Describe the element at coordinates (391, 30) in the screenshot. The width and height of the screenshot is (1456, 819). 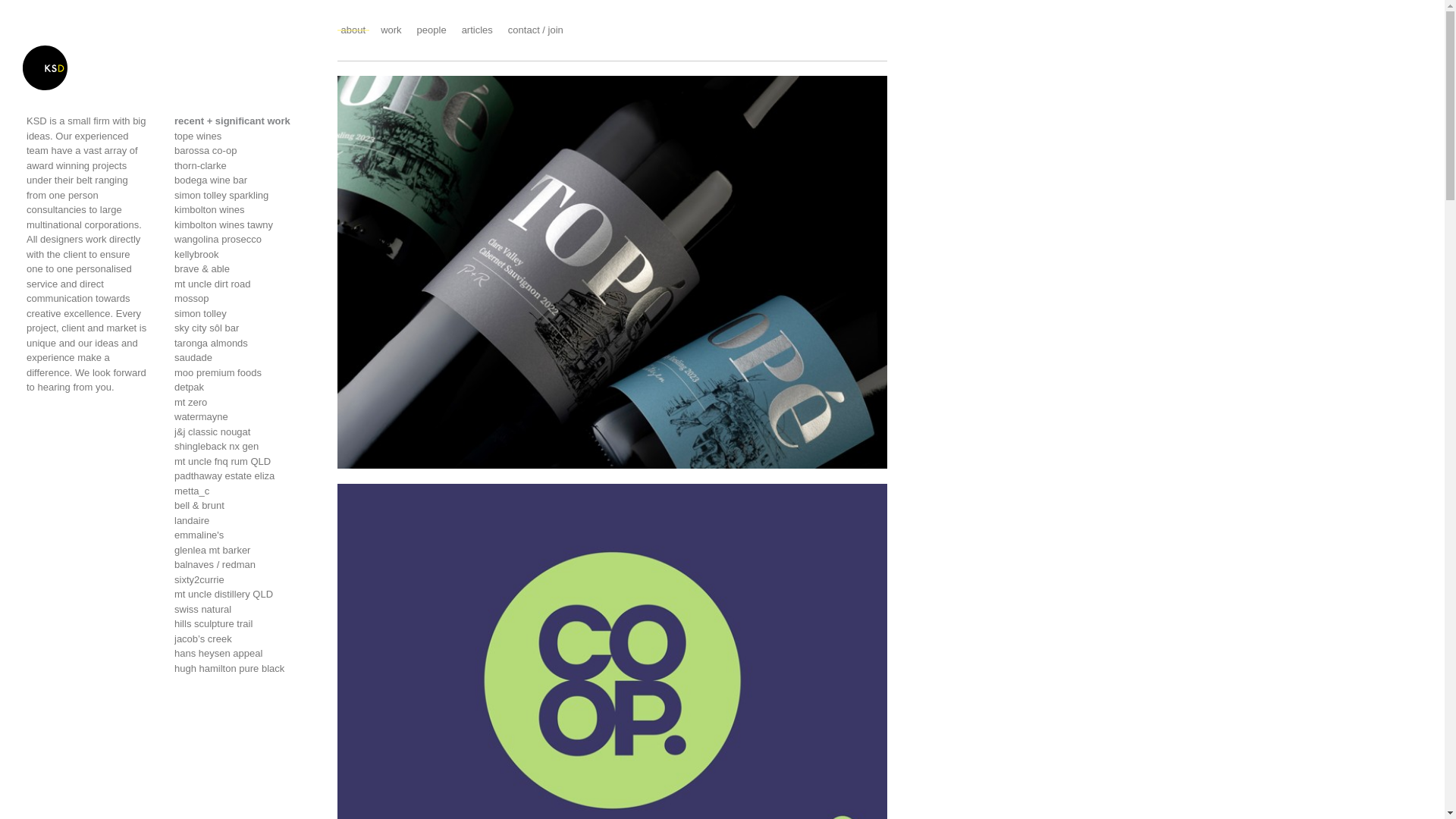
I see `'work'` at that location.